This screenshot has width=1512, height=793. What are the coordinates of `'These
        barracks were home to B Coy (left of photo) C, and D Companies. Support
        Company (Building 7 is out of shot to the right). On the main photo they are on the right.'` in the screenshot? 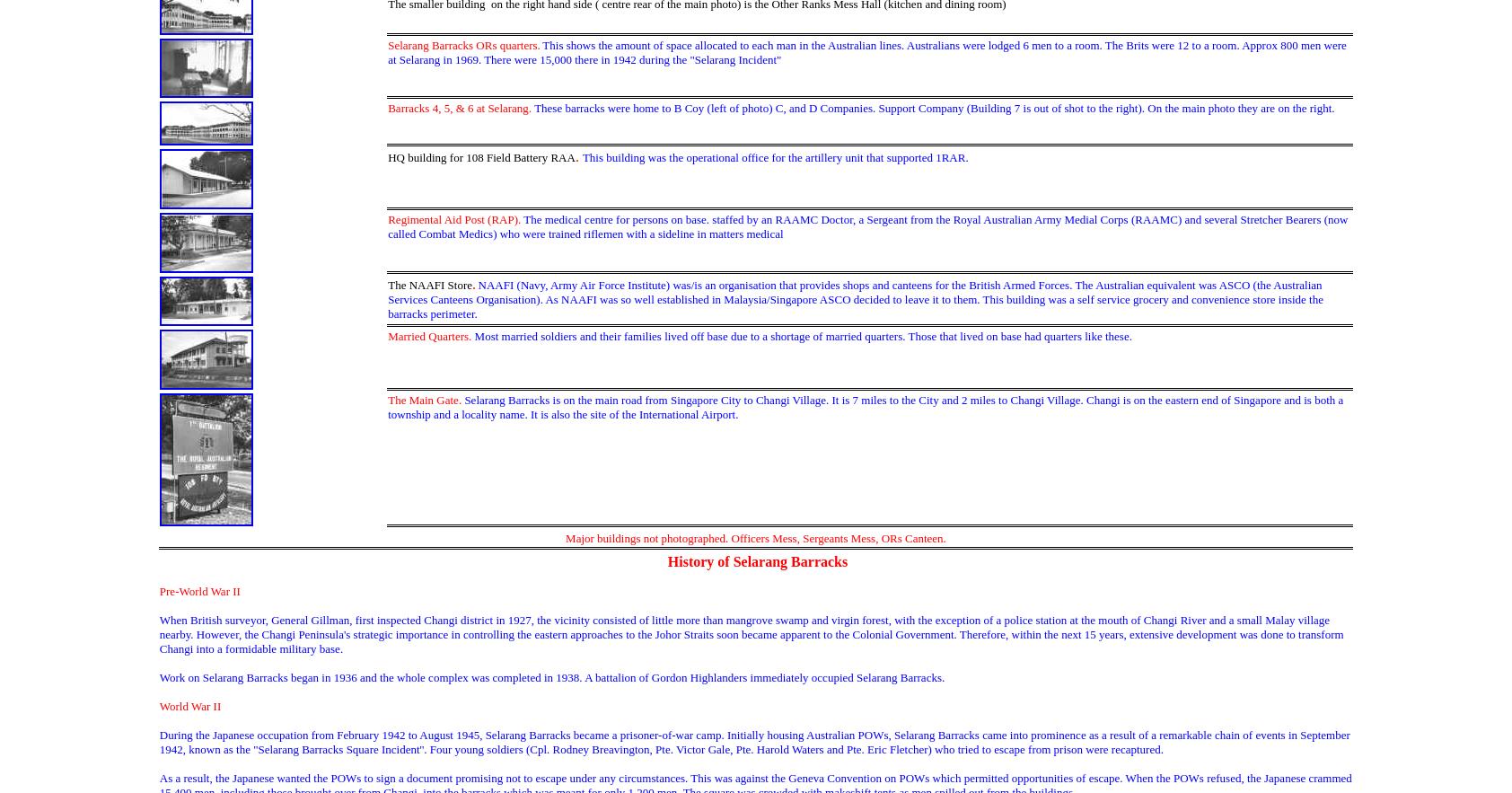 It's located at (933, 107).